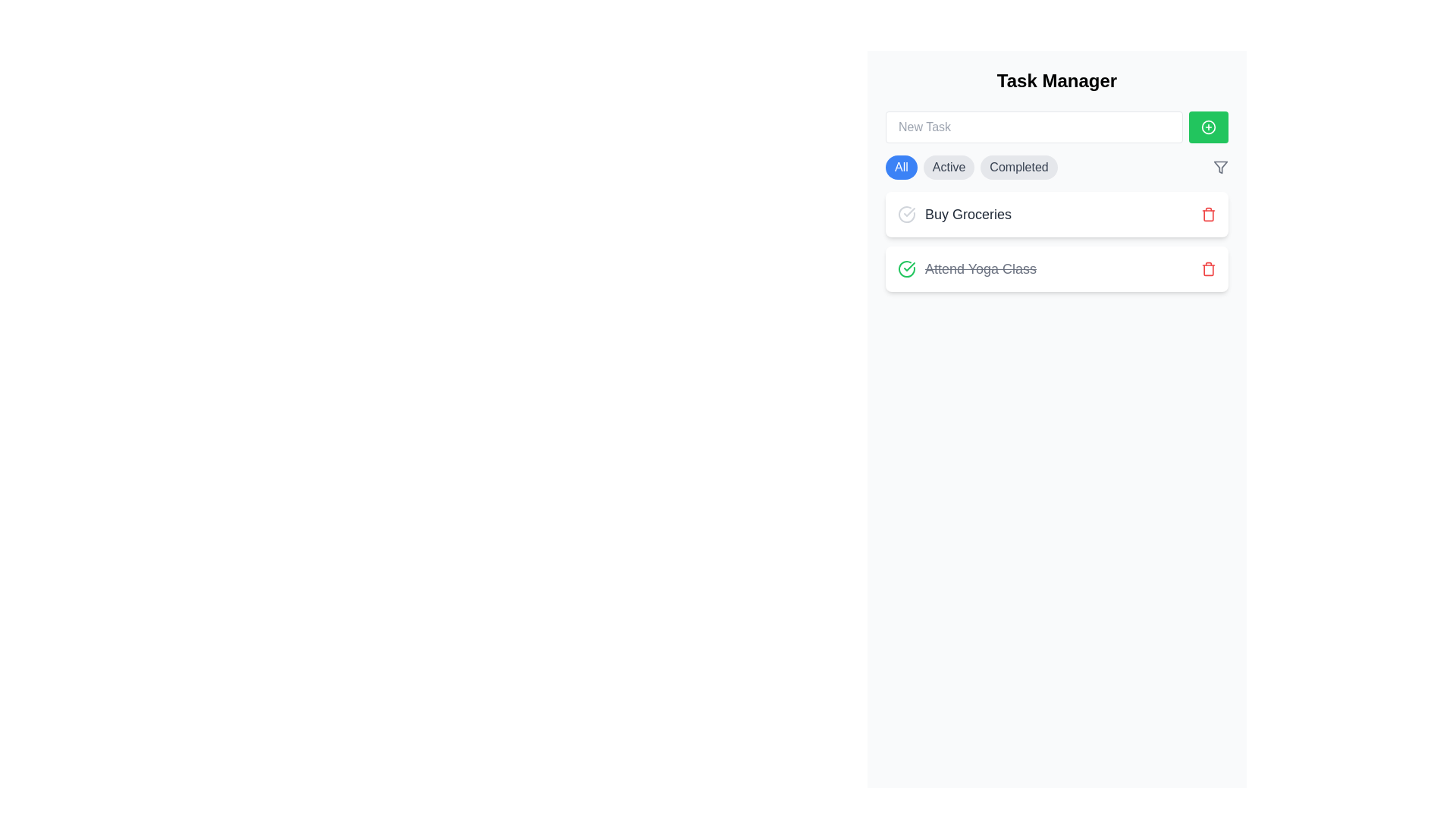 This screenshot has width=1456, height=819. I want to click on the delete icon button located at the far right end of the 'Attend Yoga Class' task card, so click(1207, 268).